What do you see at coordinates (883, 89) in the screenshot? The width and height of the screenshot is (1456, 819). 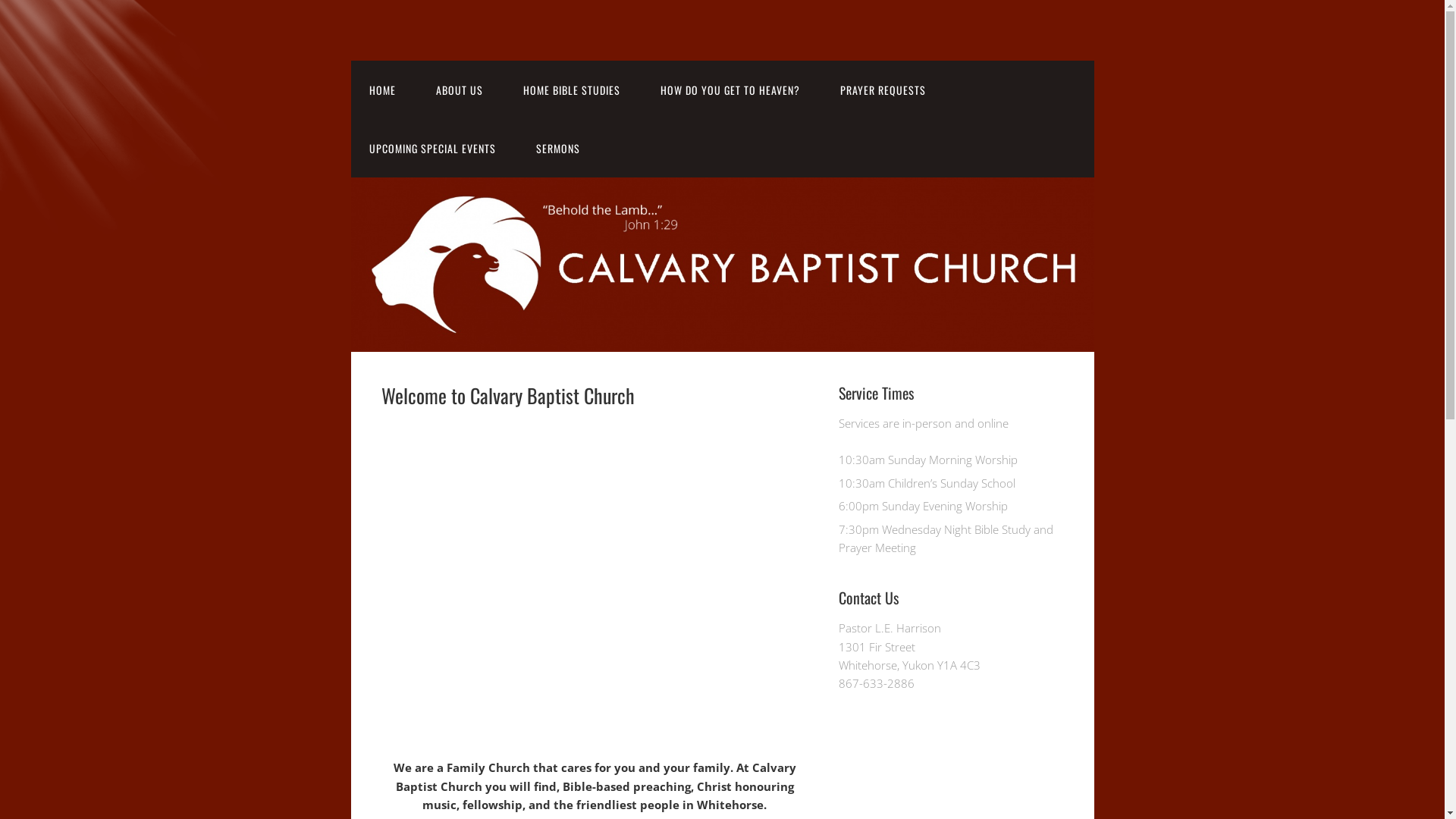 I see `'PRAYER REQUESTS'` at bounding box center [883, 89].